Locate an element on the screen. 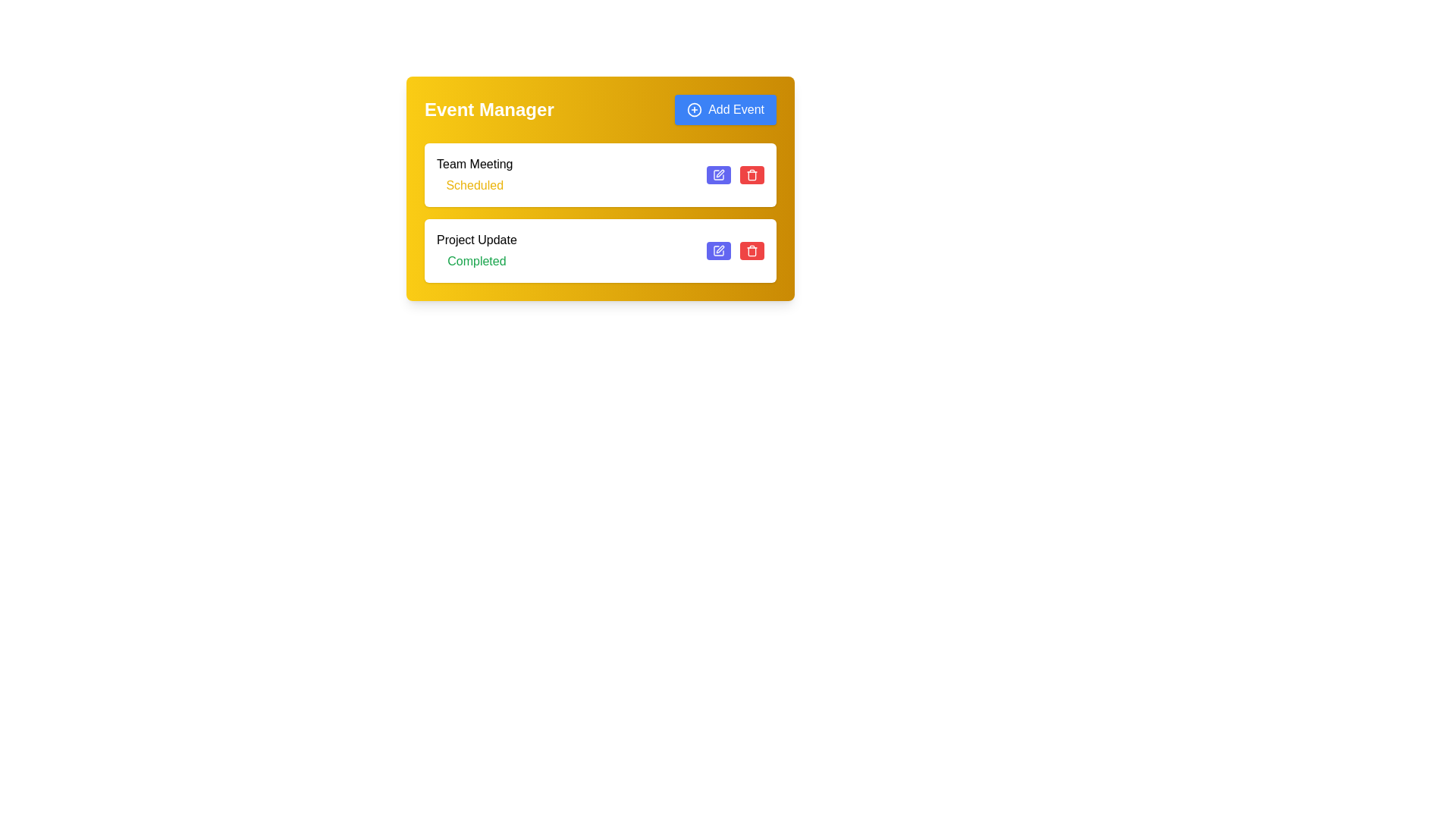 The height and width of the screenshot is (819, 1456). the '+' icon within the 'Add Event' button, which is centrally aligned and enclosed within a border on a blue background is located at coordinates (694, 109).